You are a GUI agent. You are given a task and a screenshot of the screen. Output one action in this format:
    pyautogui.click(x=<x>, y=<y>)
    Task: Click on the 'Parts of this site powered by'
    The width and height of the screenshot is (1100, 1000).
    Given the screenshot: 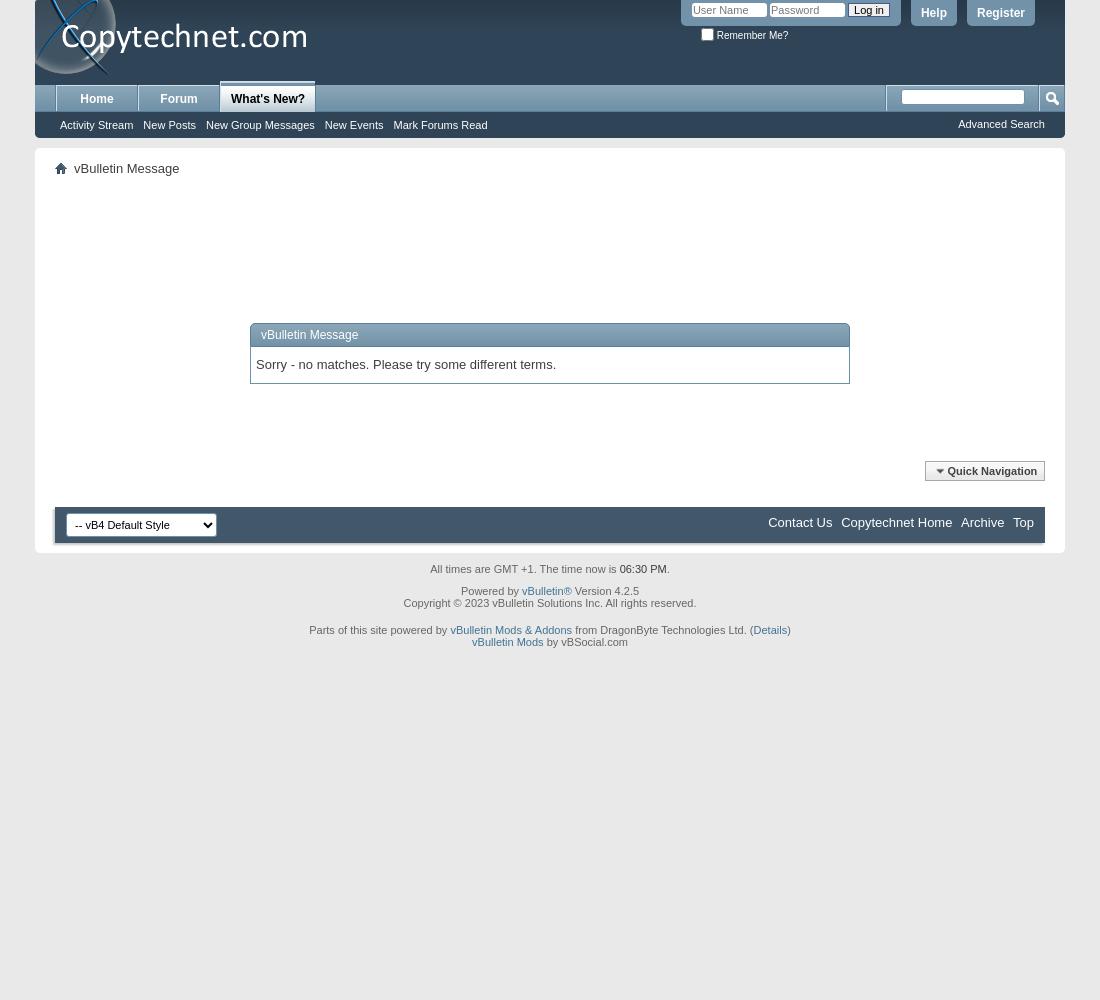 What is the action you would take?
    pyautogui.click(x=307, y=629)
    